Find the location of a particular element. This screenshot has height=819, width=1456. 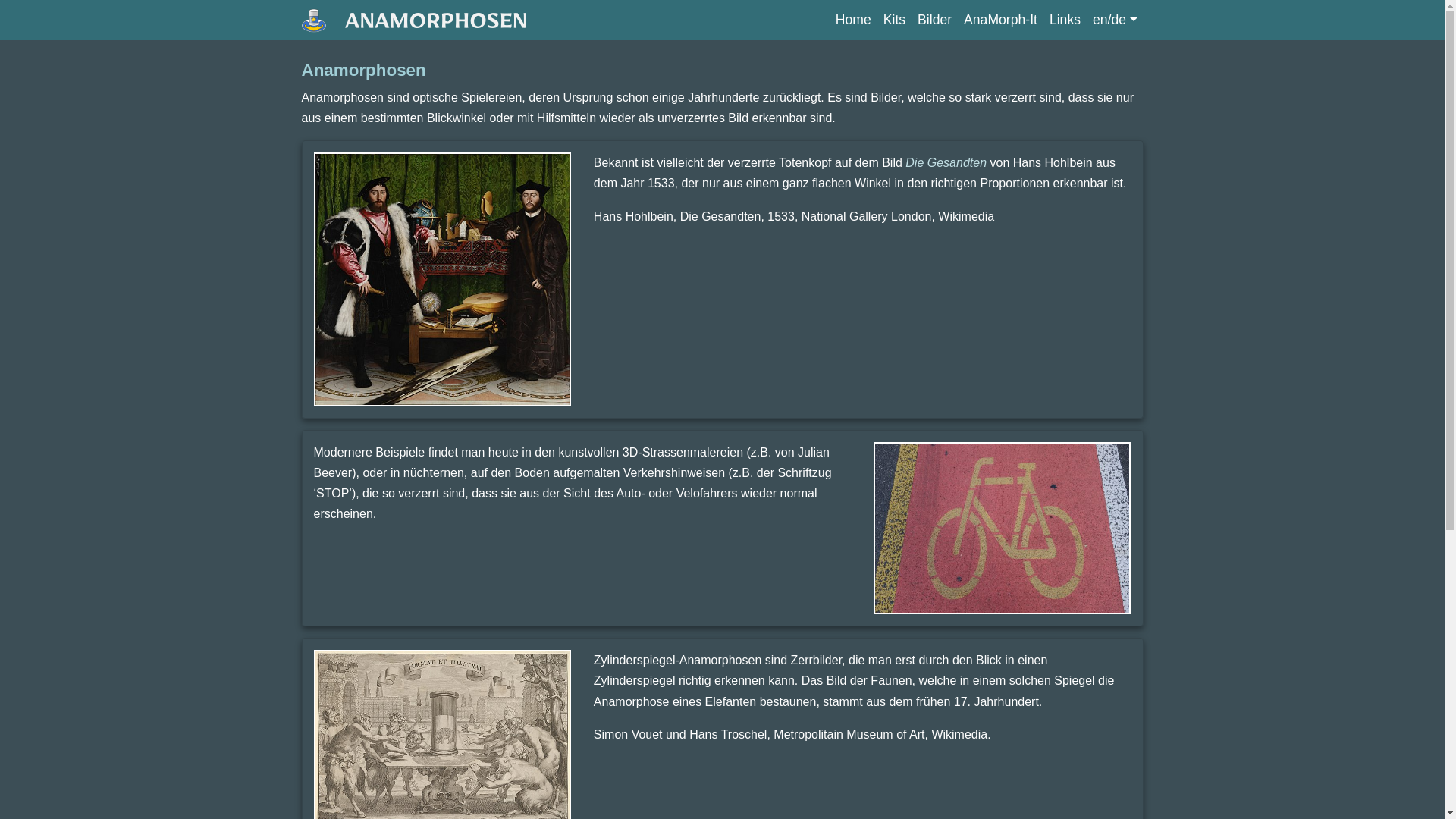

'en/de' is located at coordinates (1086, 20).